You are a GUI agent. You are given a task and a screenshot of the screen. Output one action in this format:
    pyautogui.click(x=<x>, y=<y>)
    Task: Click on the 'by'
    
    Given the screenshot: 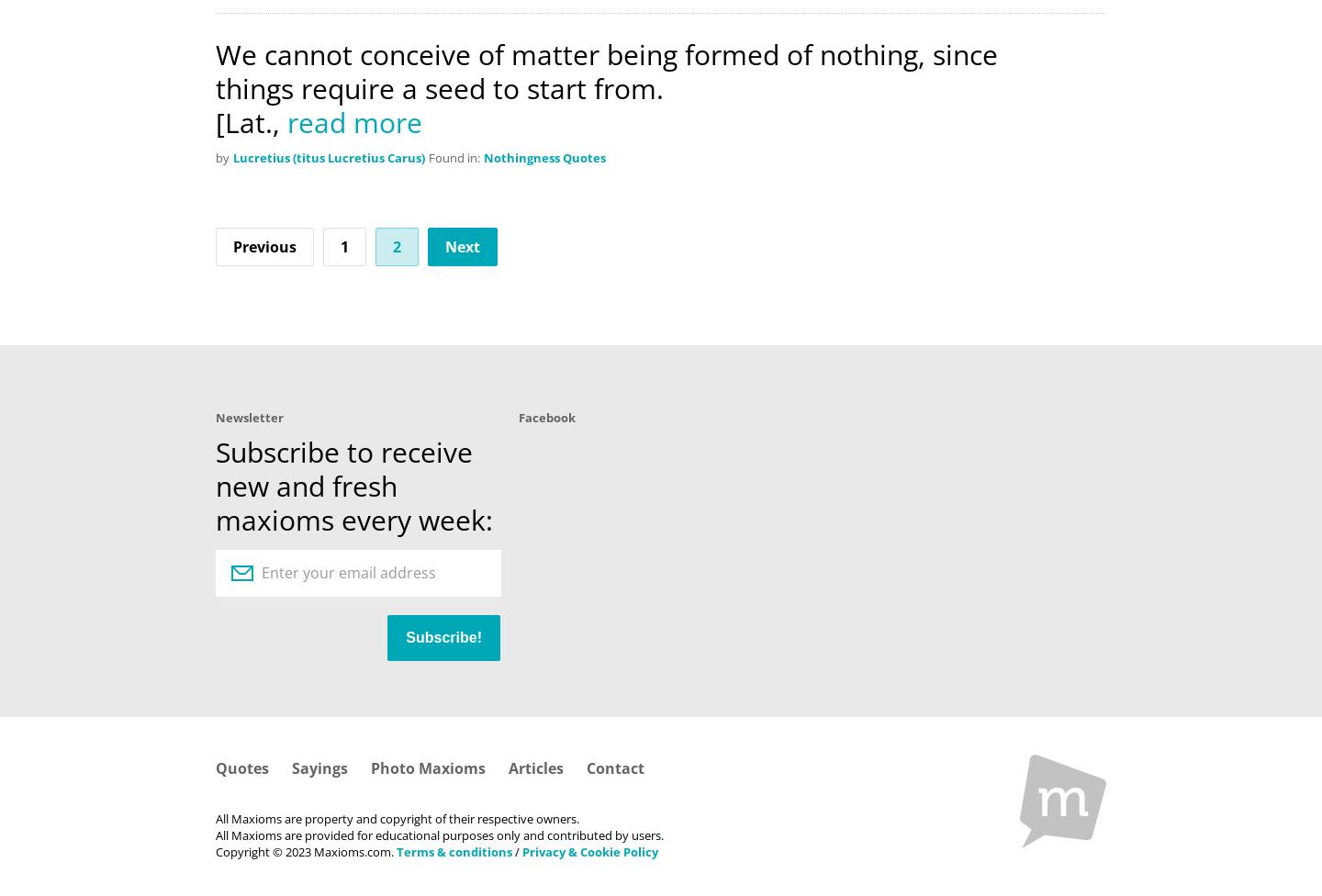 What is the action you would take?
    pyautogui.click(x=216, y=156)
    